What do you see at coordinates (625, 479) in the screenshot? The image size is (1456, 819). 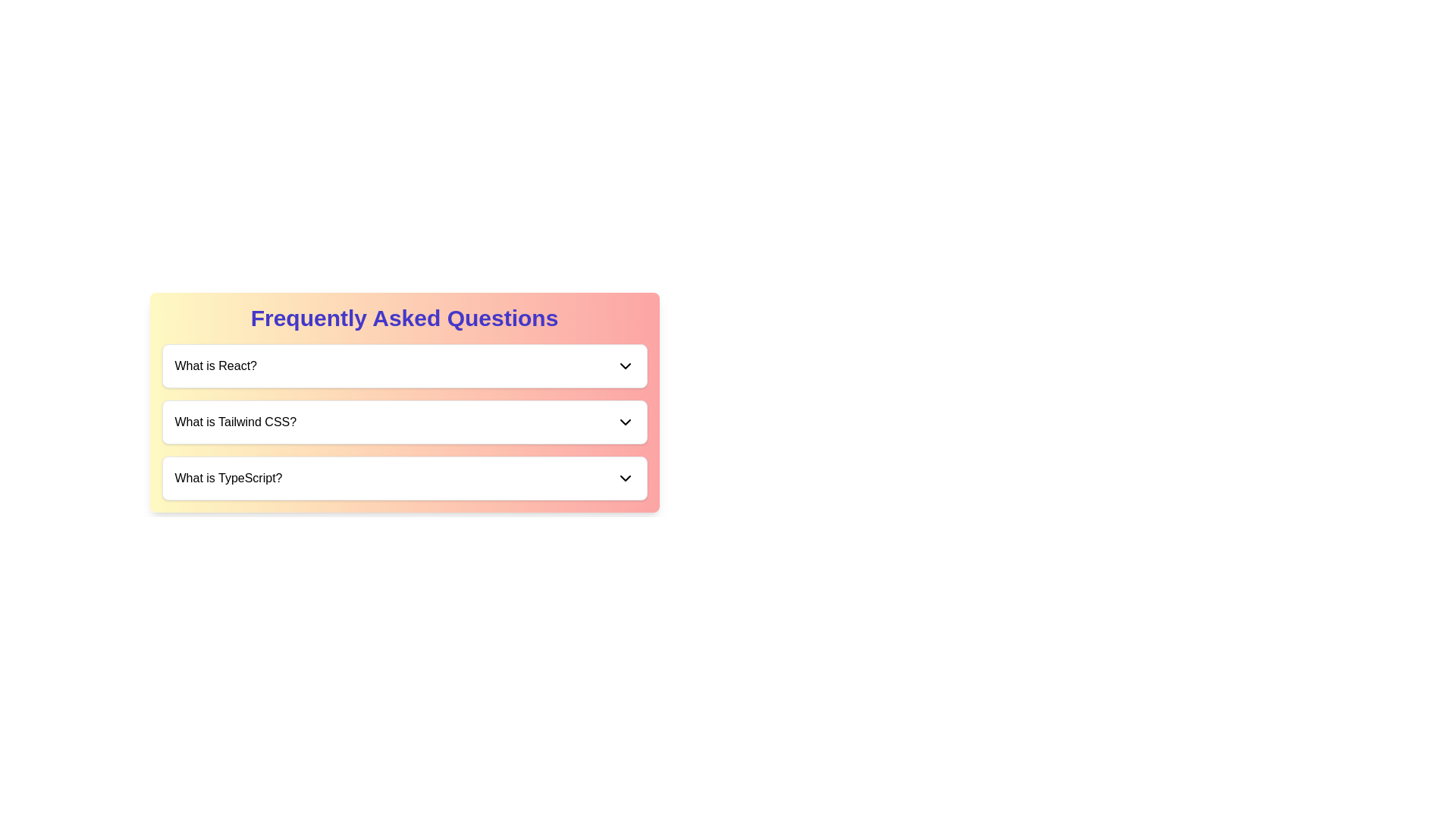 I see `the downward-pointing chevron icon in the 'What is TypeScript?' expandable section` at bounding box center [625, 479].